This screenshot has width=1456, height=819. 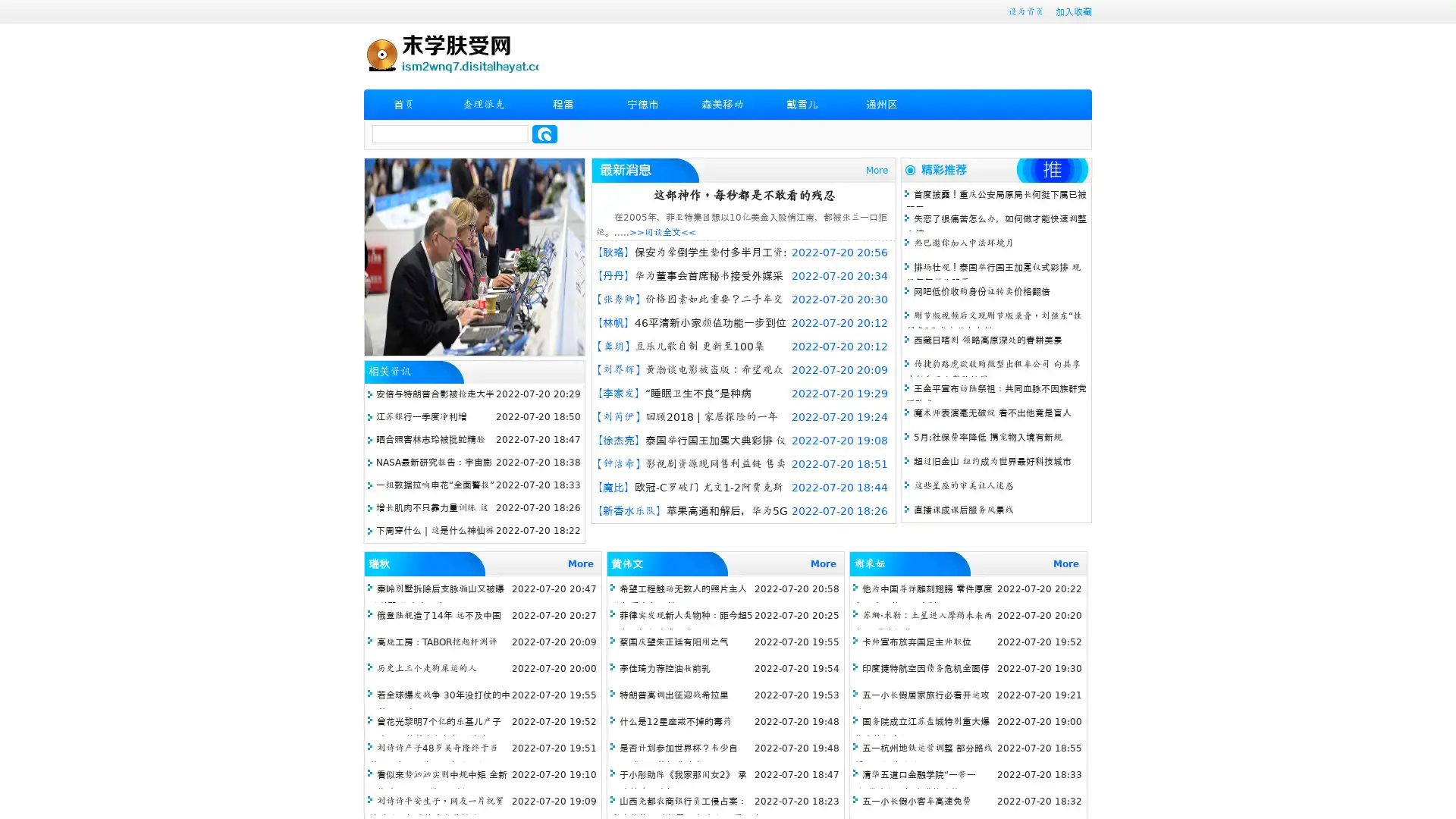 What do you see at coordinates (544, 133) in the screenshot?
I see `Search` at bounding box center [544, 133].